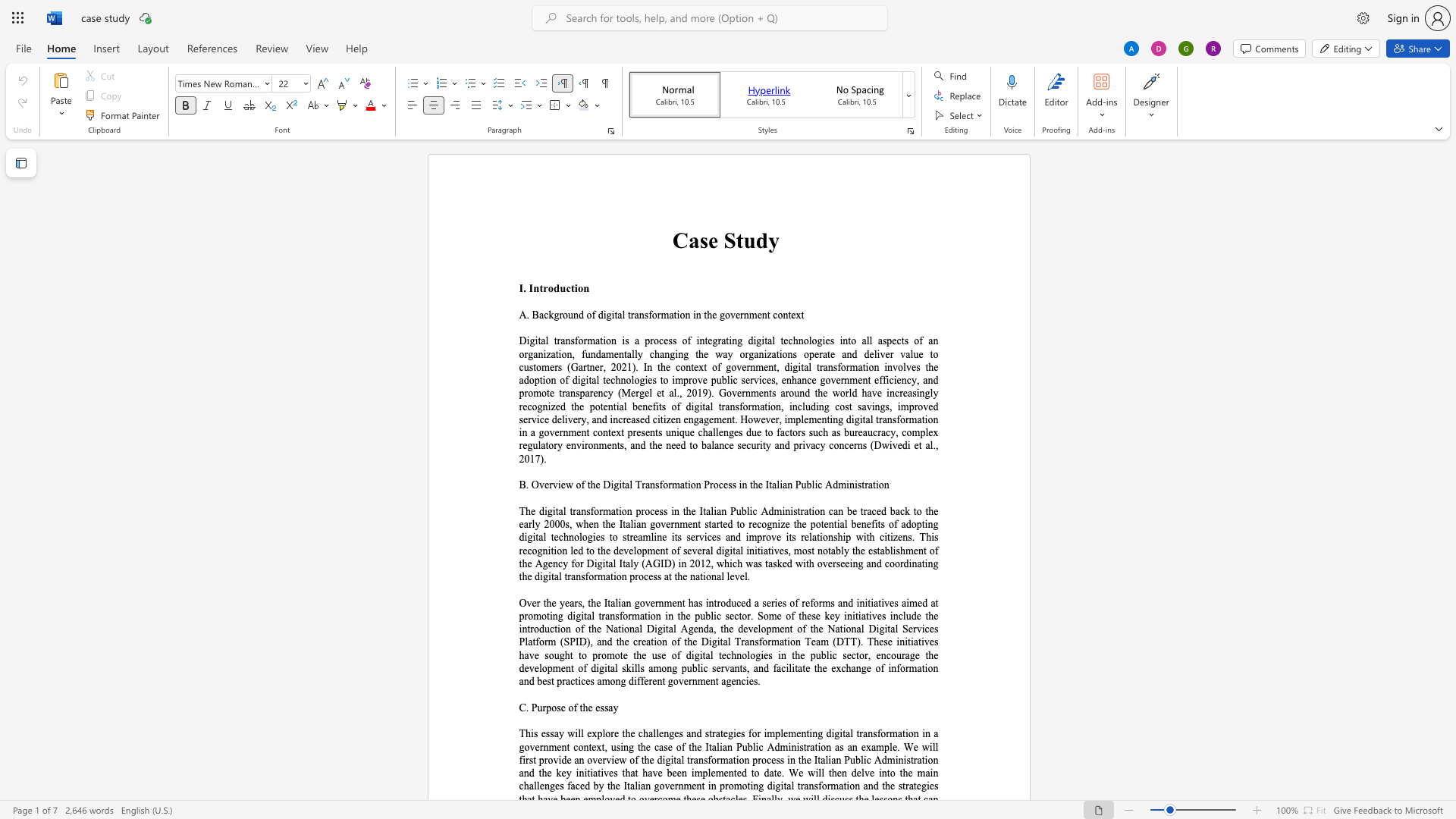  Describe the element at coordinates (601, 314) in the screenshot. I see `the space between the continuous character "d" and "i" in the text` at that location.